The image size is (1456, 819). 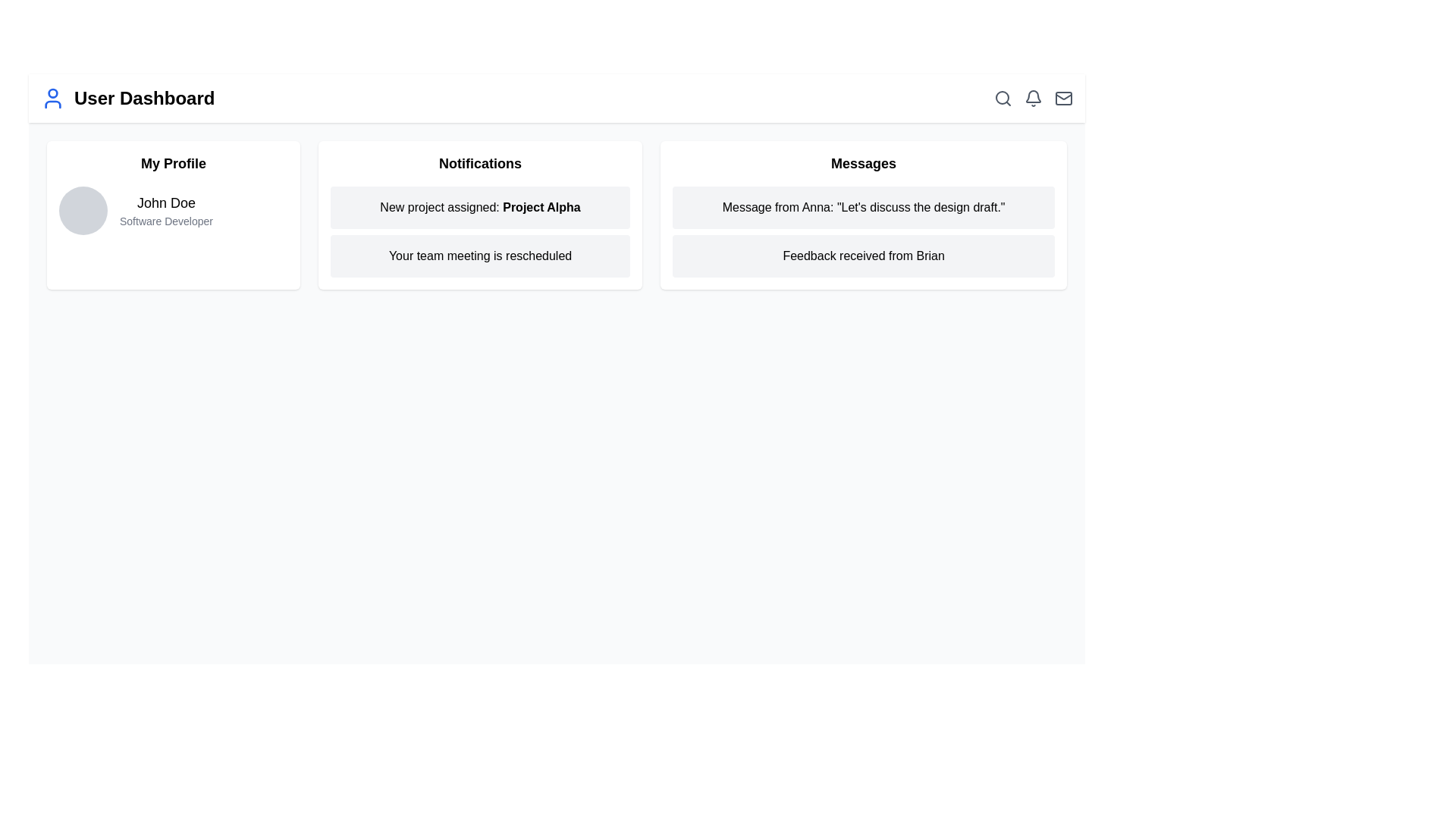 What do you see at coordinates (166, 221) in the screenshot?
I see `the label displaying the user's professional role or title, which is located centrally within the 'My Profile' section, directly below 'John Doe'` at bounding box center [166, 221].